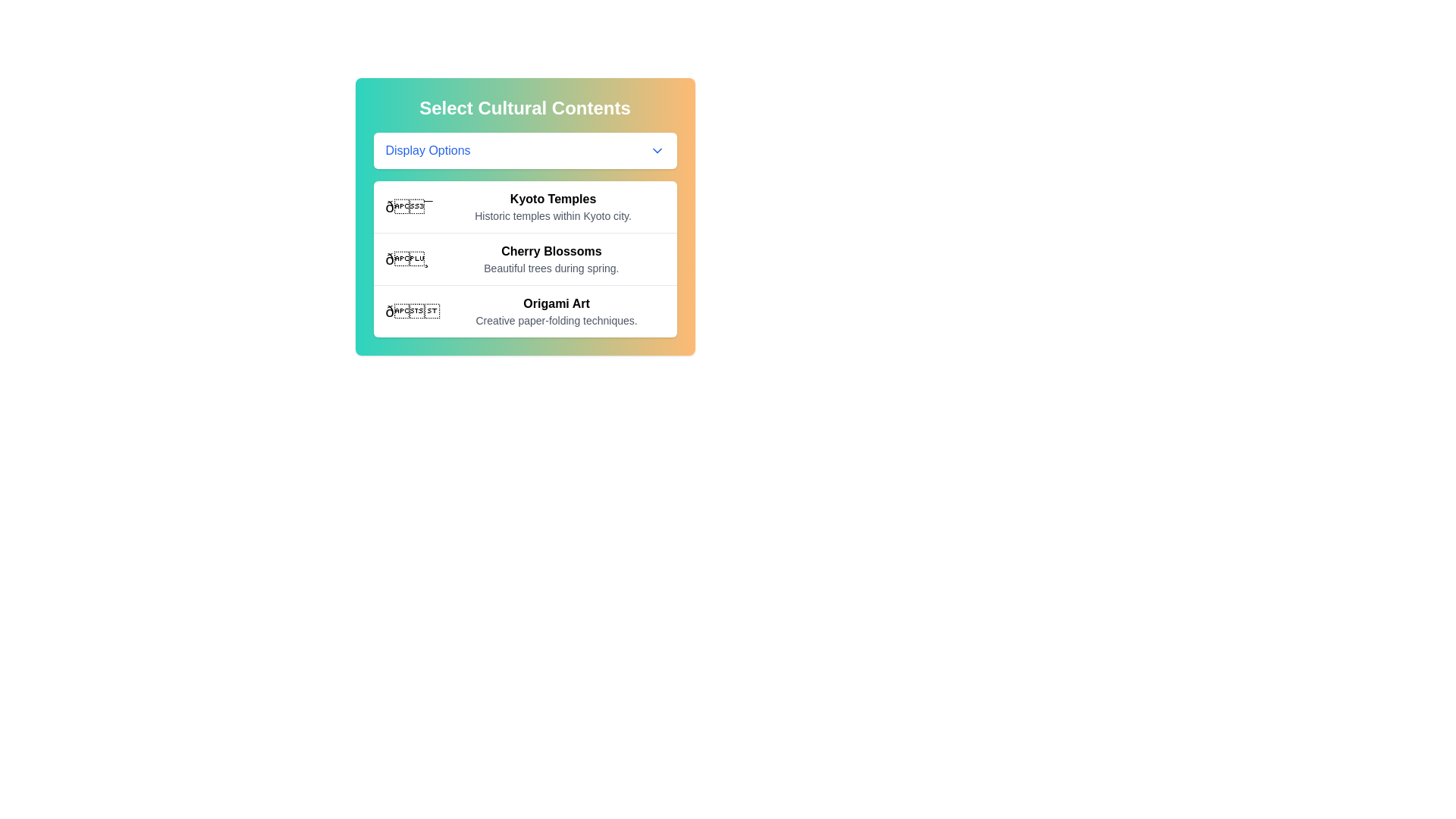 The height and width of the screenshot is (819, 1456). What do you see at coordinates (556, 311) in the screenshot?
I see `the text block titled 'Origami Art' with the description 'Creative paper-folding techniques.'` at bounding box center [556, 311].